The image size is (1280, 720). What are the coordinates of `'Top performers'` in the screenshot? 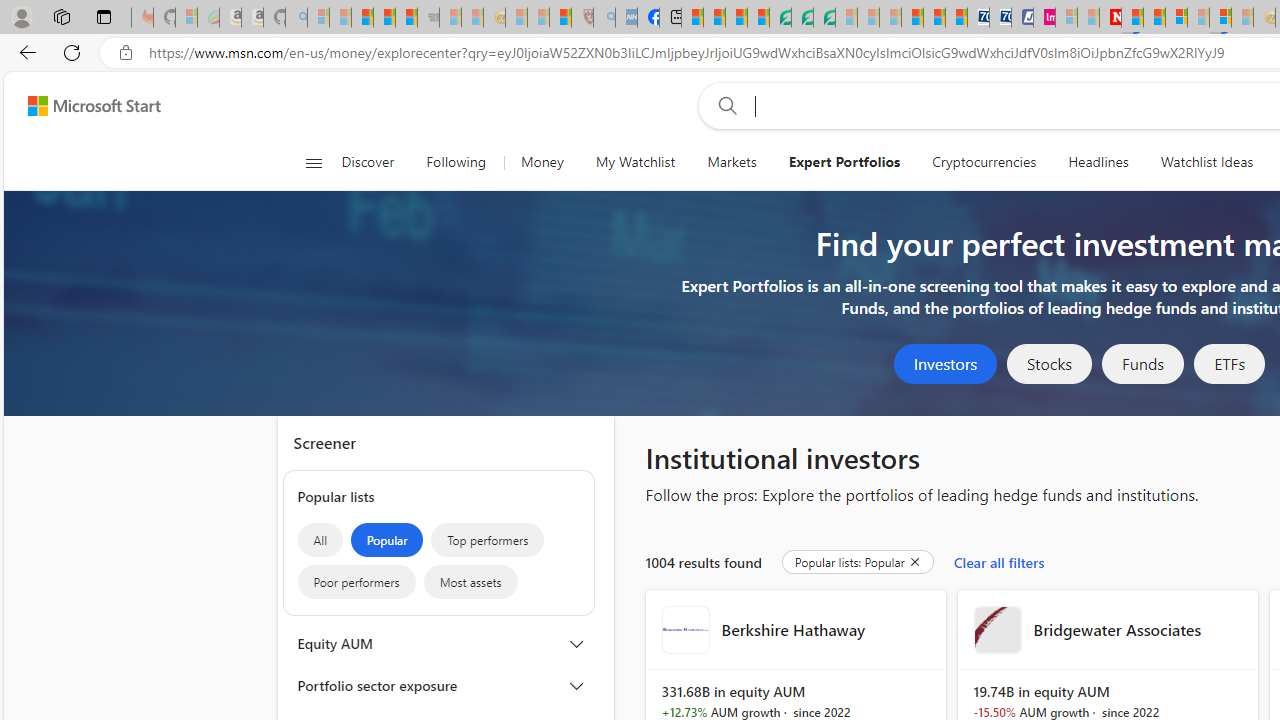 It's located at (488, 540).